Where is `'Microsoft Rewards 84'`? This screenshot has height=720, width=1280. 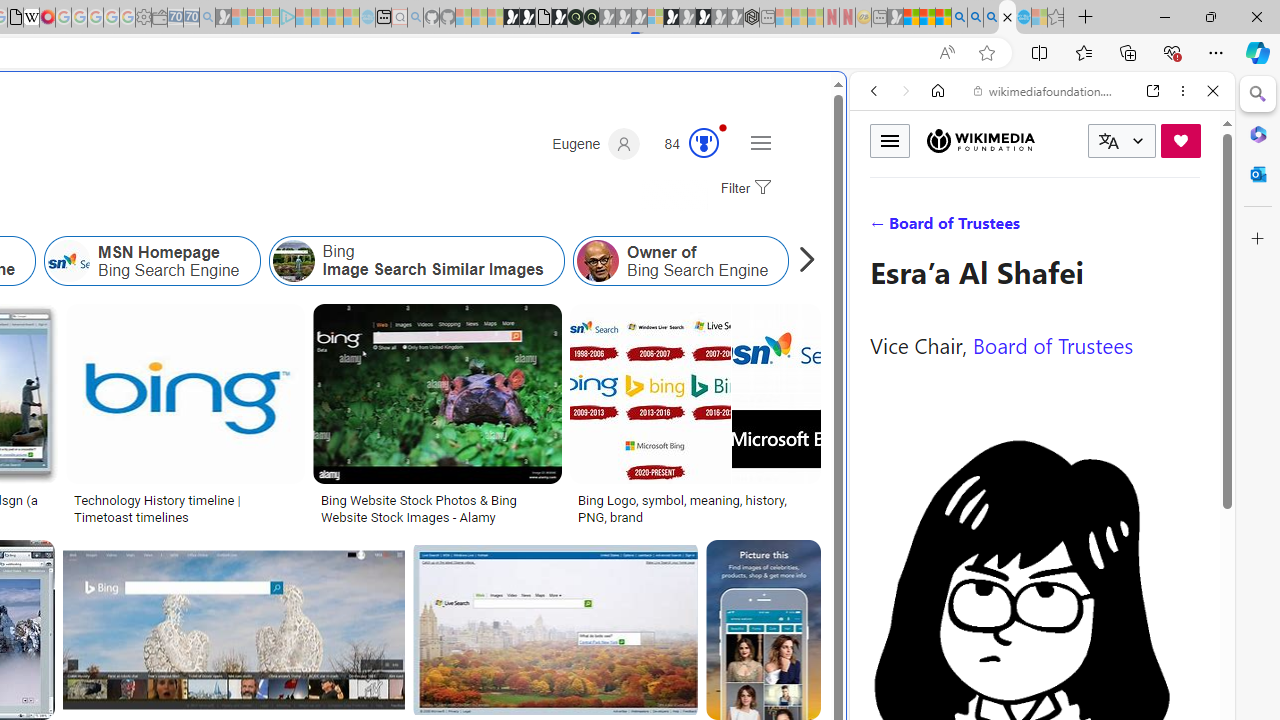
'Microsoft Rewards 84' is located at coordinates (685, 143).